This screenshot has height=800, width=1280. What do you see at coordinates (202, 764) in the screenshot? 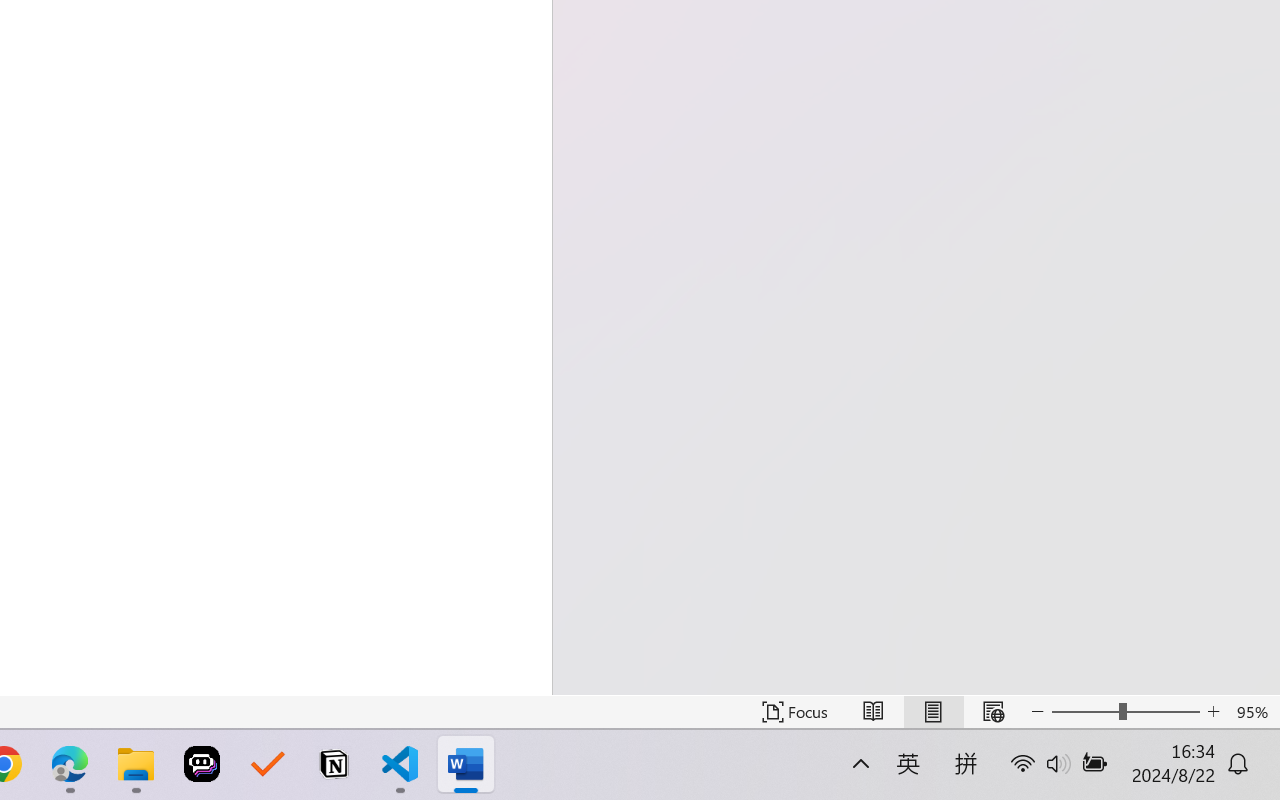
I see `'Poe'` at bounding box center [202, 764].